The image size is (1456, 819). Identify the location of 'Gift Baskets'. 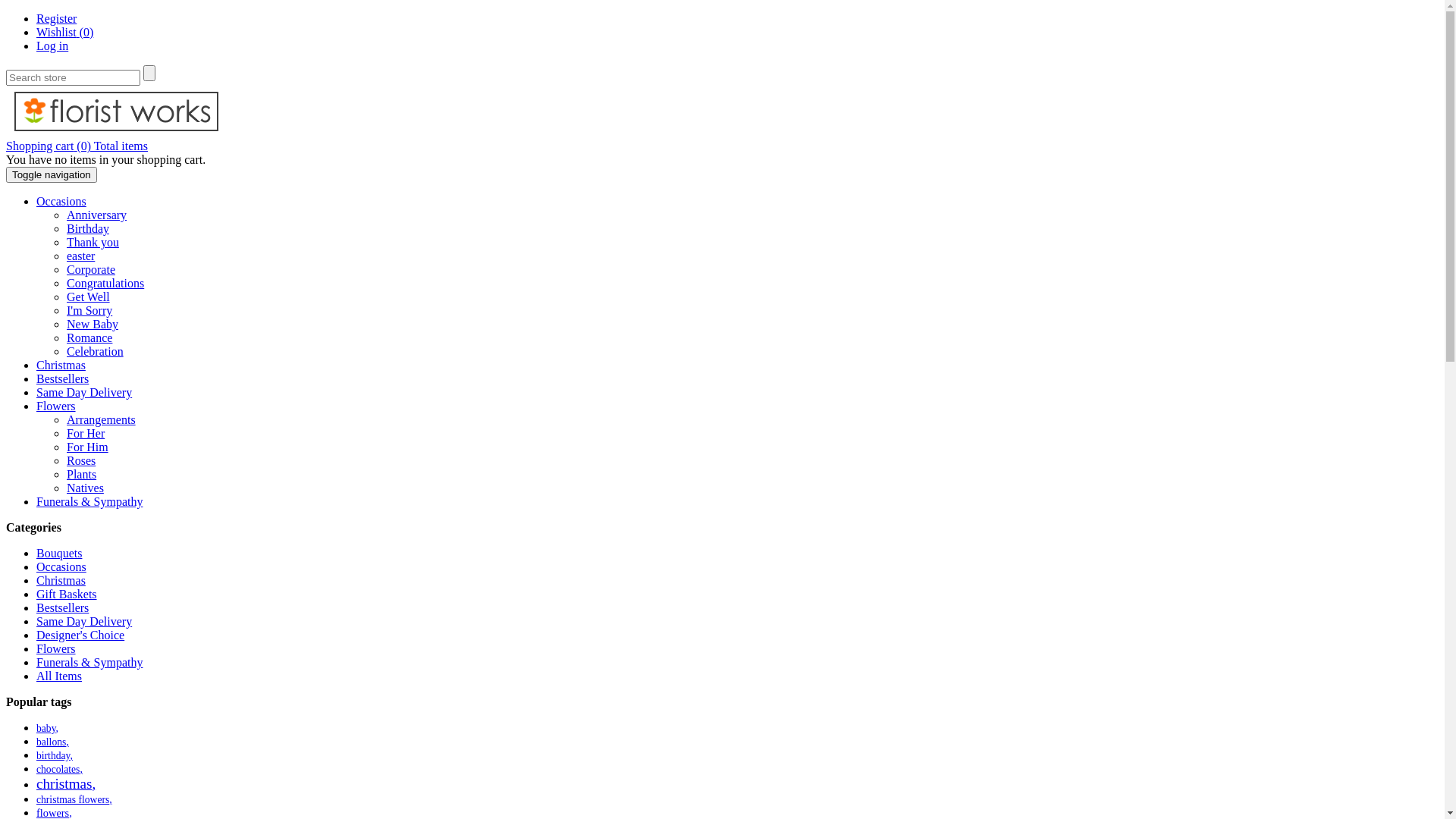
(36, 593).